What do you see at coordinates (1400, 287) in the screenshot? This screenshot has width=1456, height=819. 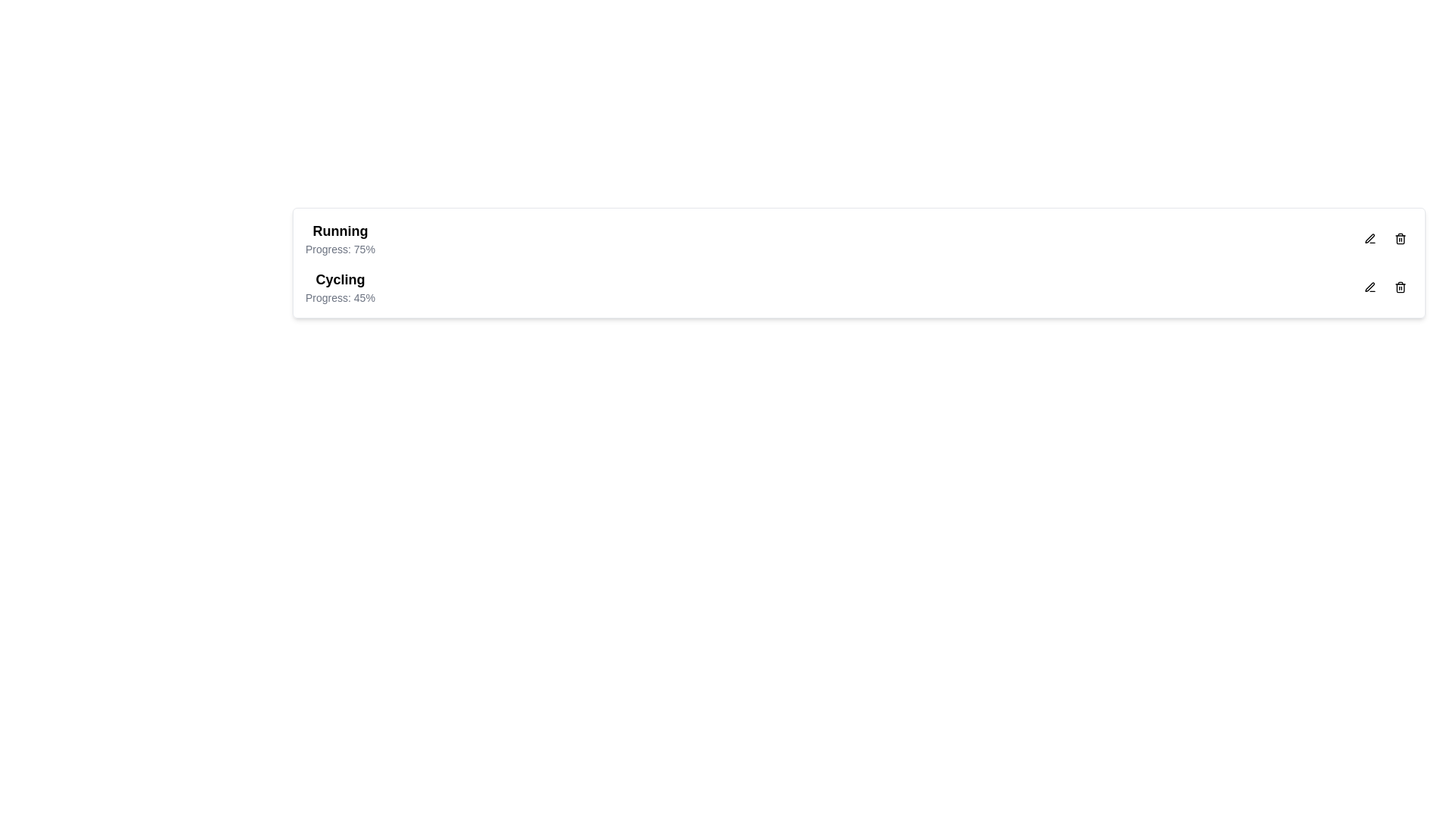 I see `the circular trash can button next to the edit icon in the options area of the 'Cycling' task card` at bounding box center [1400, 287].